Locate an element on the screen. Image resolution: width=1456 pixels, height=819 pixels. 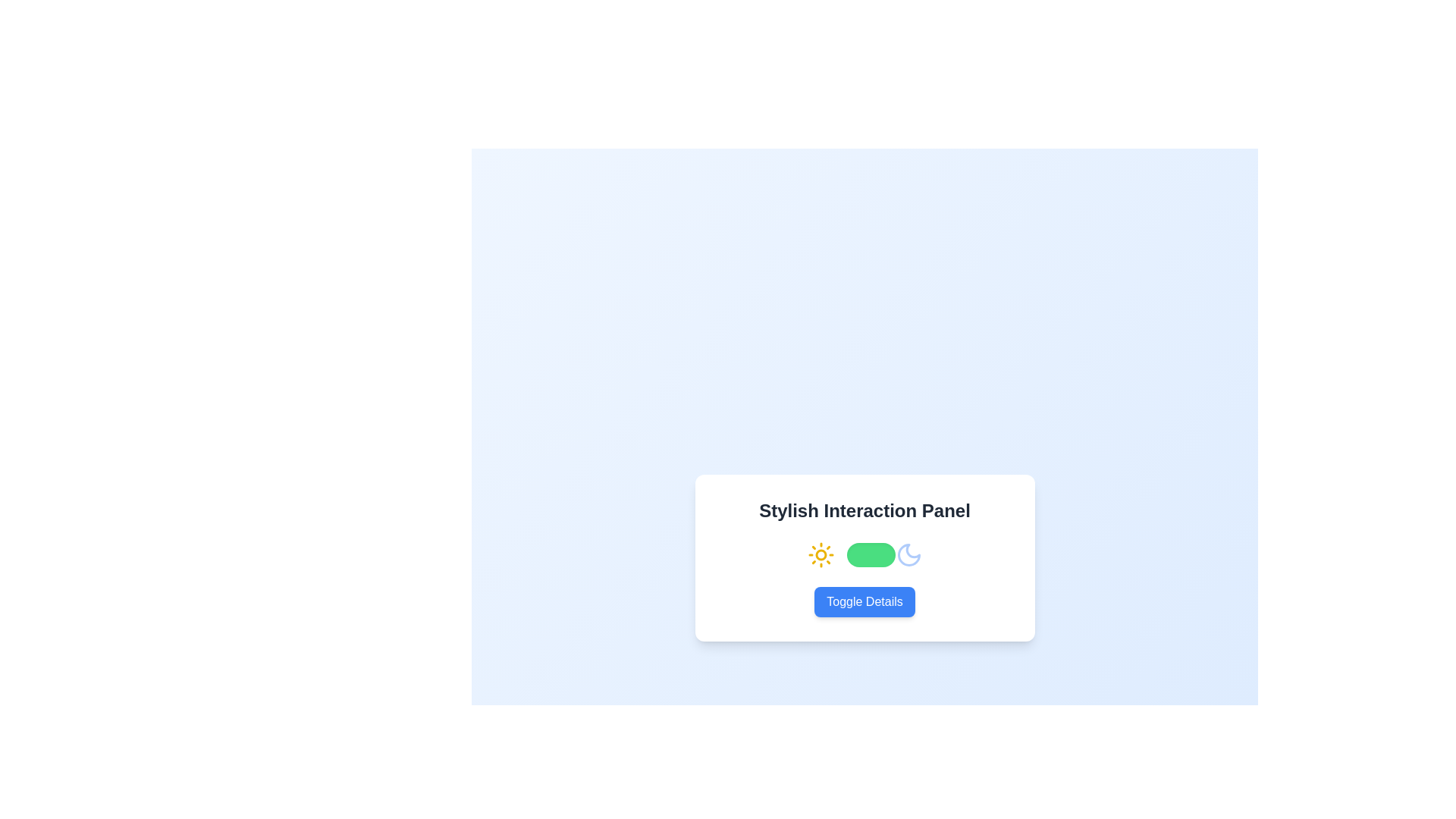
the toggle switch located at the center section of the interface is located at coordinates (871, 555).